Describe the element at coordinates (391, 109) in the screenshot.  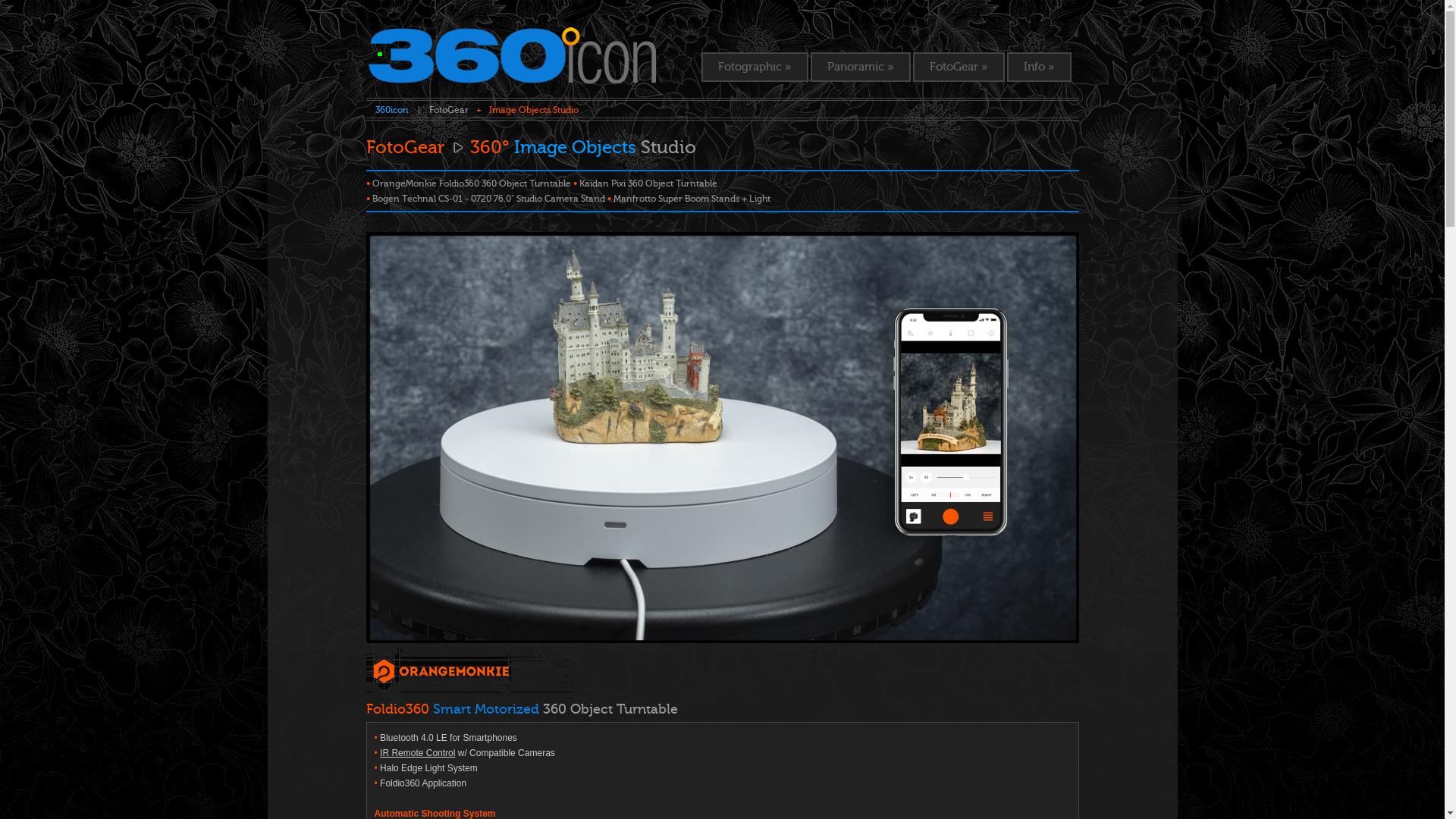
I see `'360icon'` at that location.